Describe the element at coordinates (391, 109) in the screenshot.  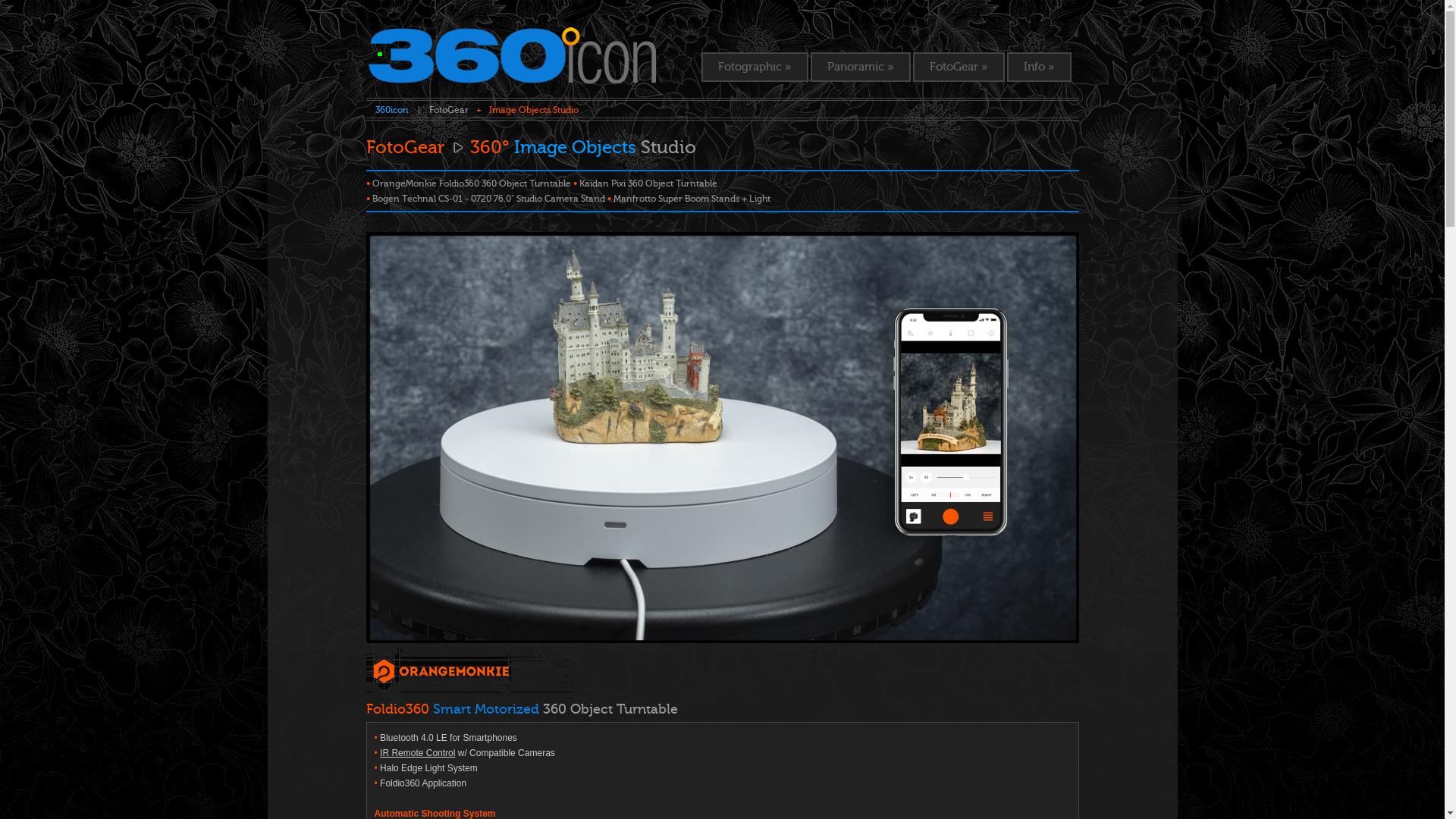
I see `'360icon'` at that location.